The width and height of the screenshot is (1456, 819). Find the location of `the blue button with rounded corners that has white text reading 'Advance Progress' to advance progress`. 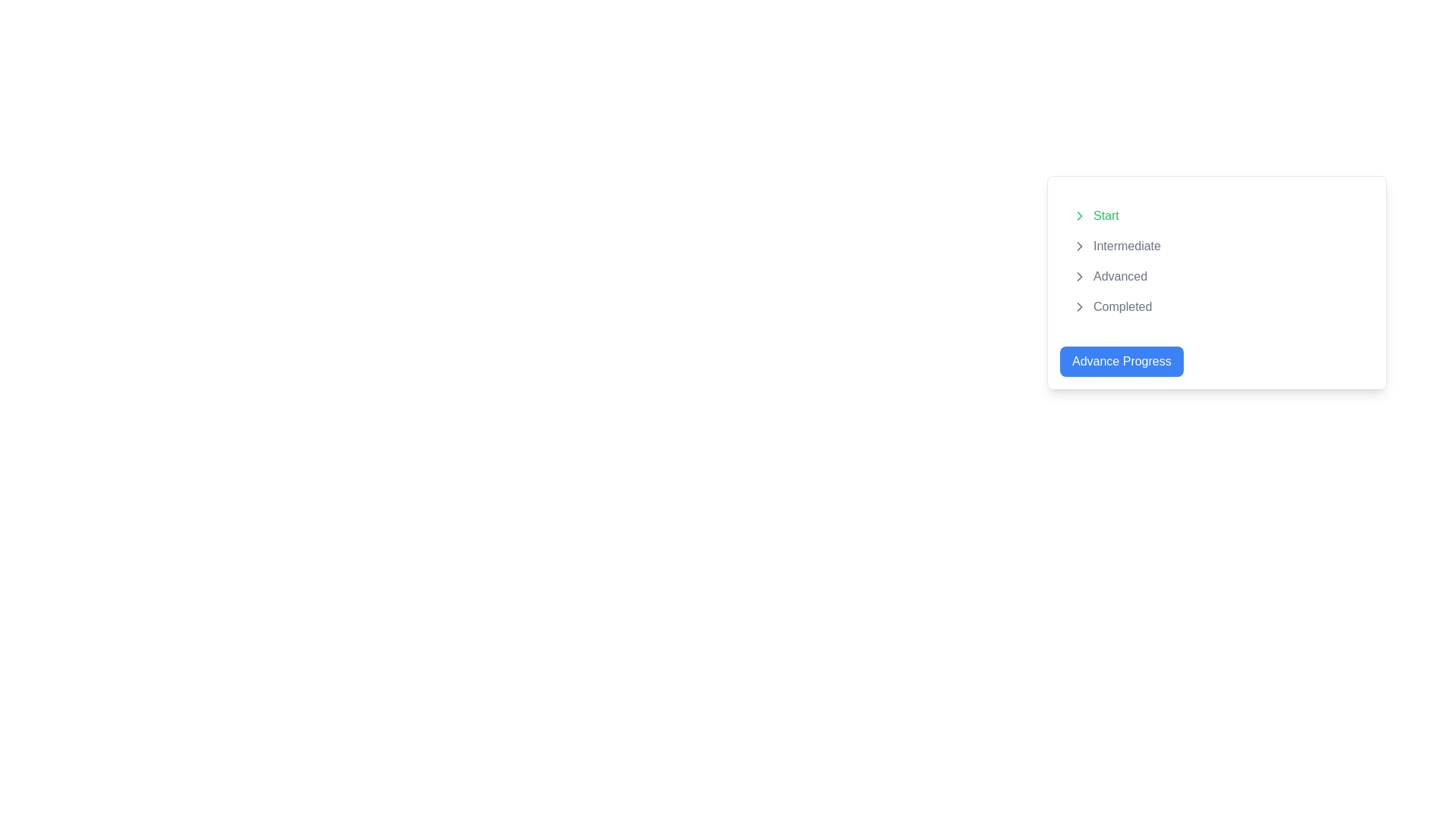

the blue button with rounded corners that has white text reading 'Advance Progress' to advance progress is located at coordinates (1122, 362).